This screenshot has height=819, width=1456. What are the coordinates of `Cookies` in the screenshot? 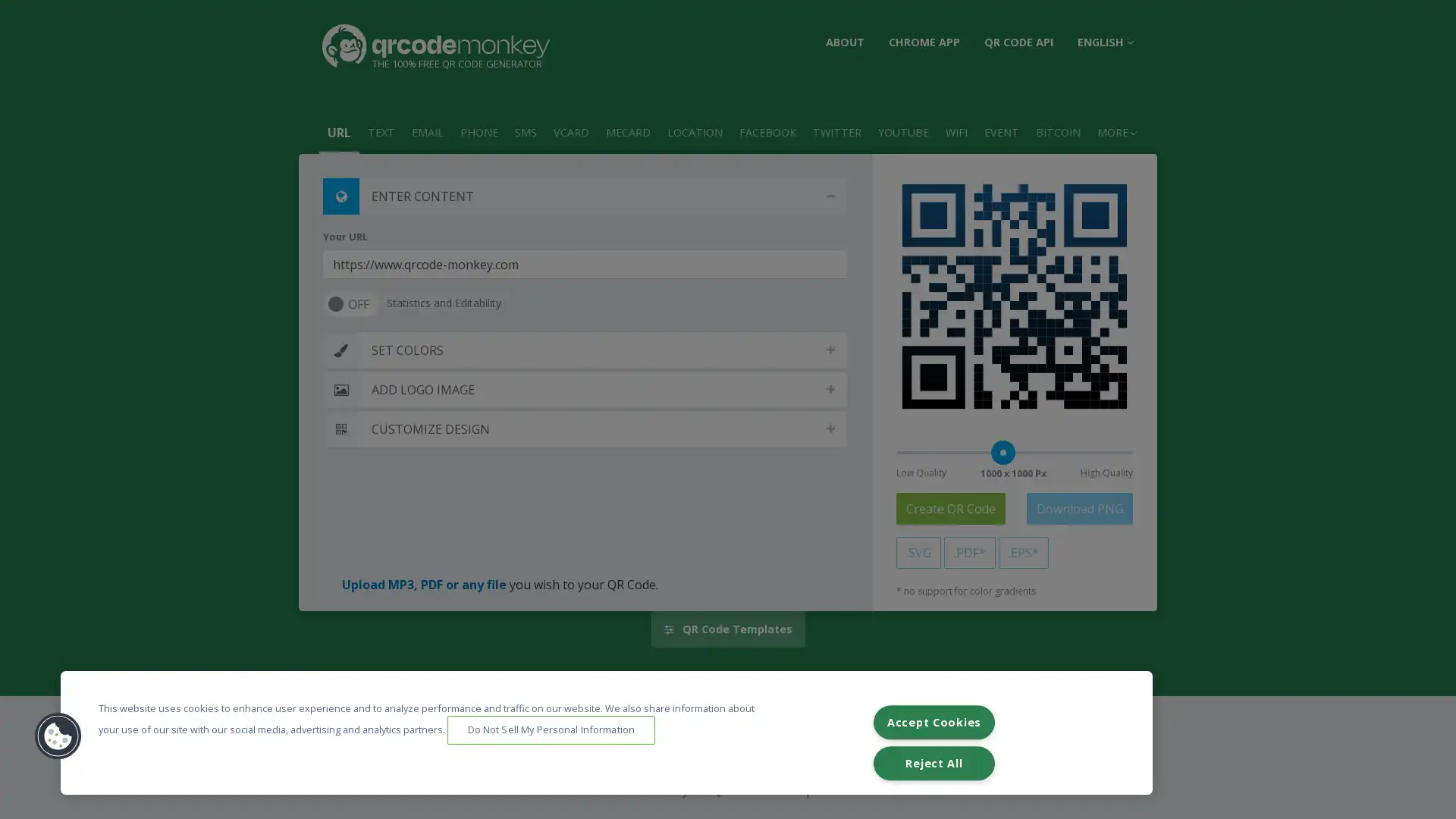 It's located at (58, 736).